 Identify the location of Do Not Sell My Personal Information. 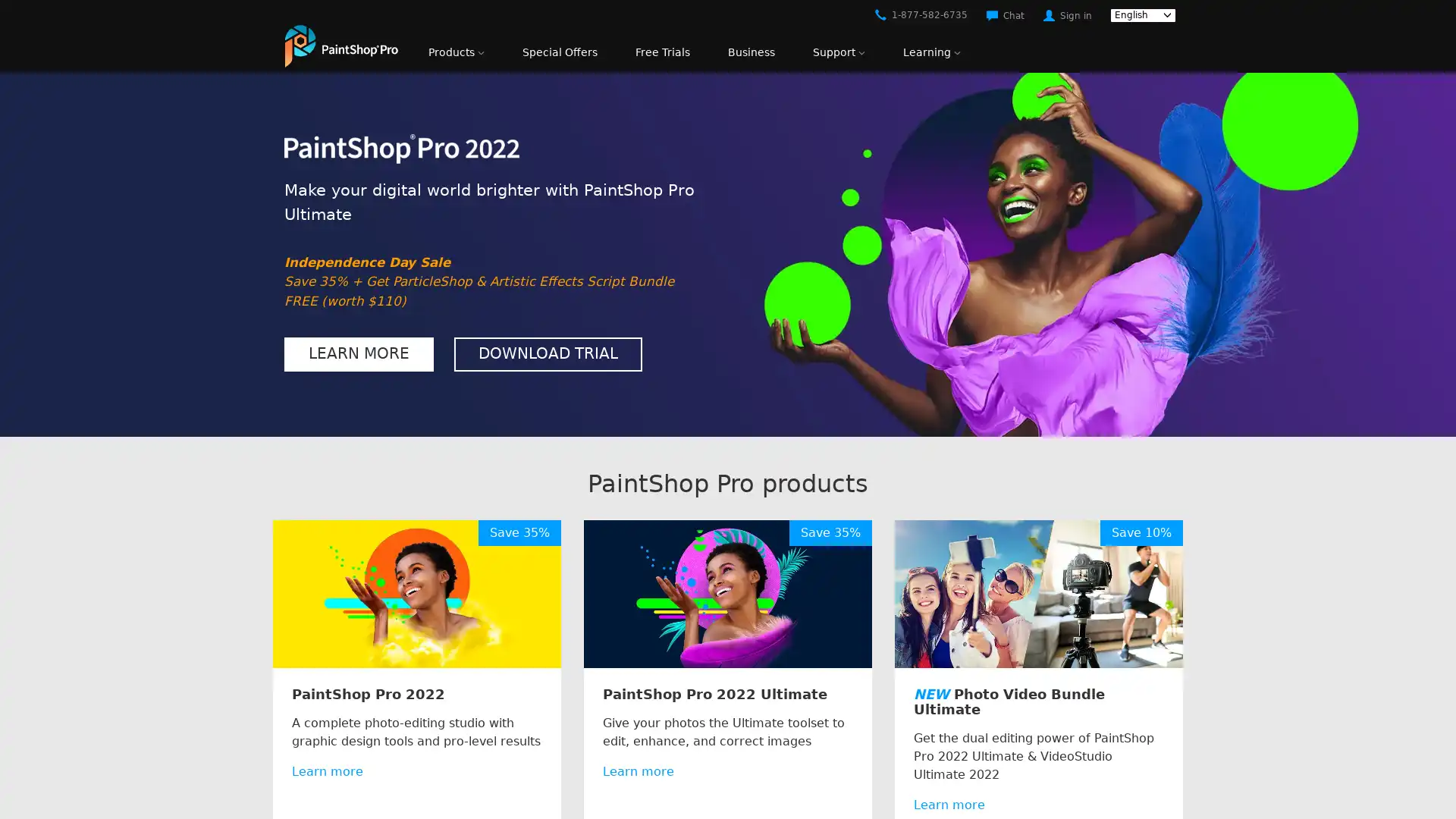
(1056, 775).